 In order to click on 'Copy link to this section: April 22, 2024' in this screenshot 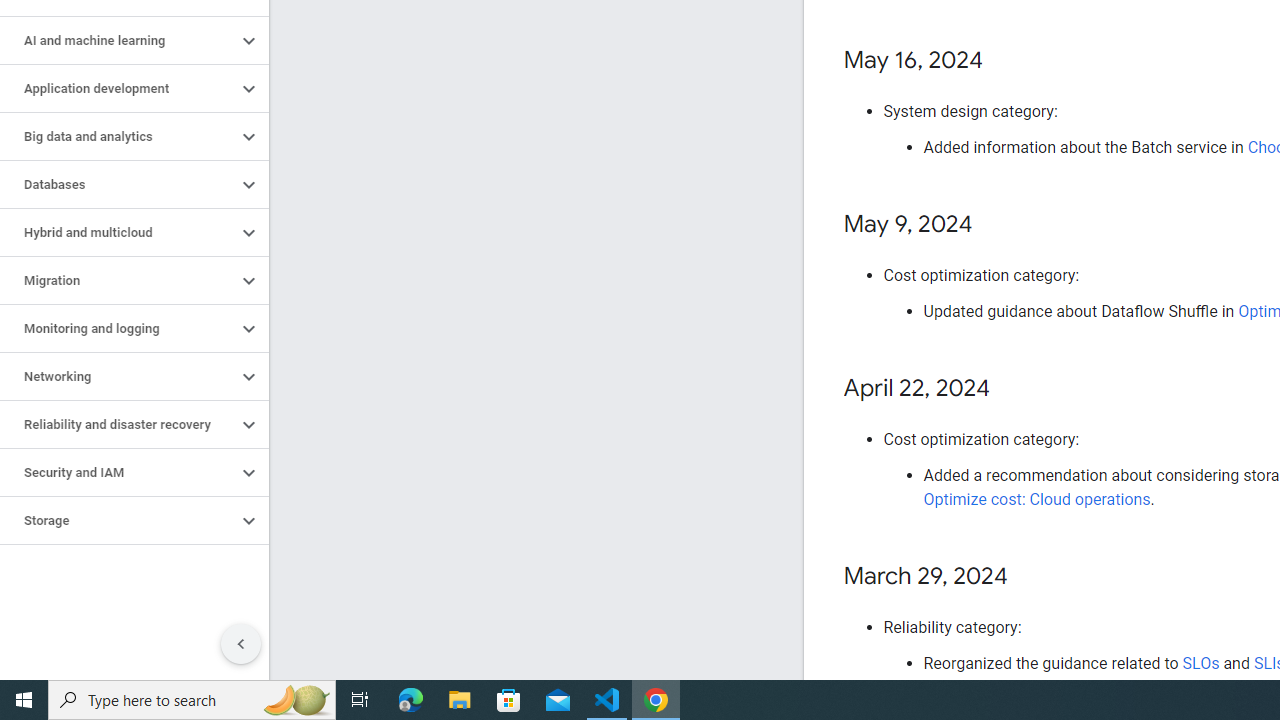, I will do `click(1009, 389)`.